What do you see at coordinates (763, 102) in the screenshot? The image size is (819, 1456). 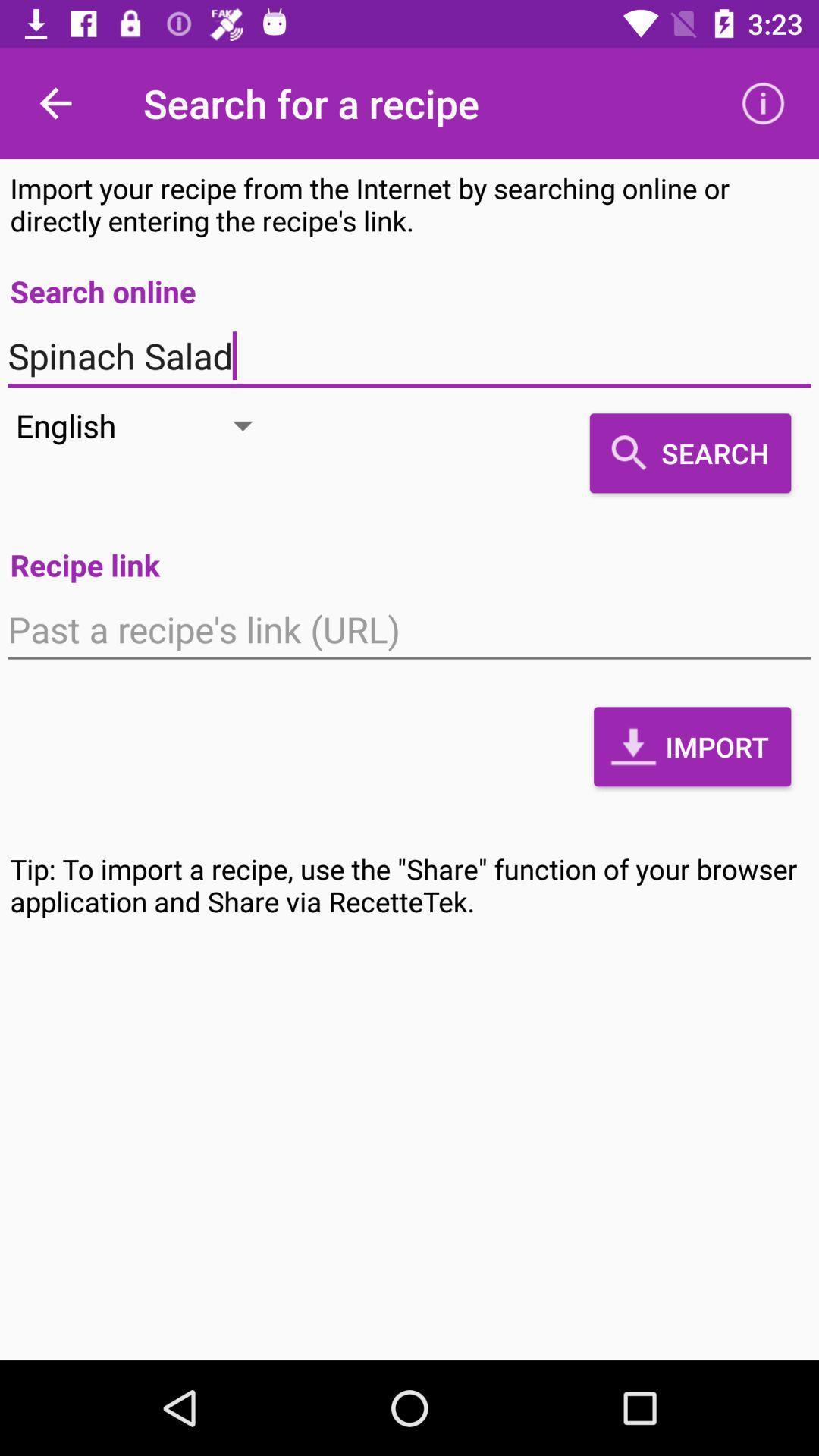 I see `icon to the right of search for a` at bounding box center [763, 102].